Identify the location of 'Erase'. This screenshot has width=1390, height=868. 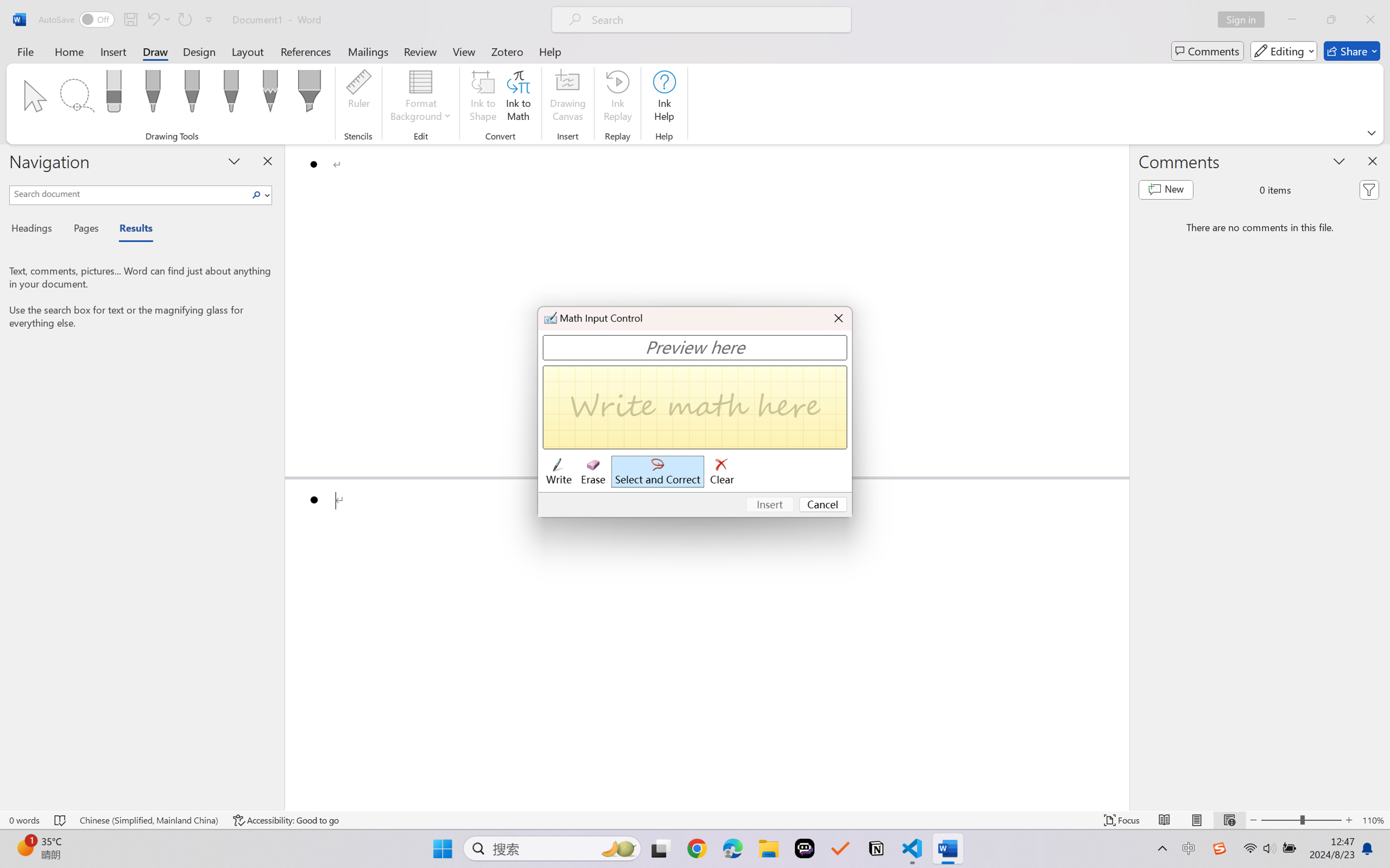
(593, 471).